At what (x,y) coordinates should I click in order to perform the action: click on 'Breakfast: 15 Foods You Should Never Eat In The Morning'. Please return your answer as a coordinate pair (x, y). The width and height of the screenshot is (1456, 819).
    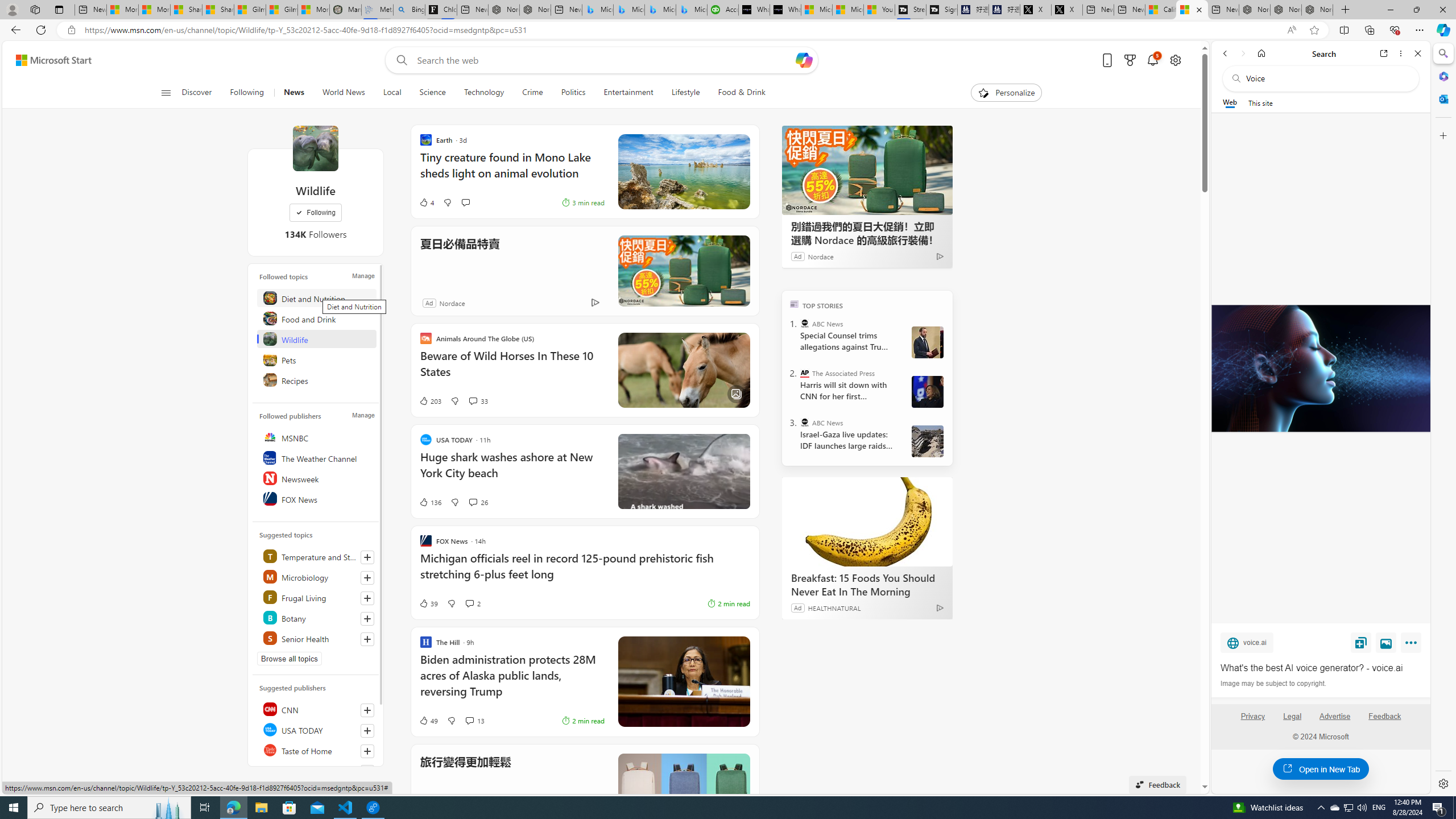
    Looking at the image, I should click on (867, 521).